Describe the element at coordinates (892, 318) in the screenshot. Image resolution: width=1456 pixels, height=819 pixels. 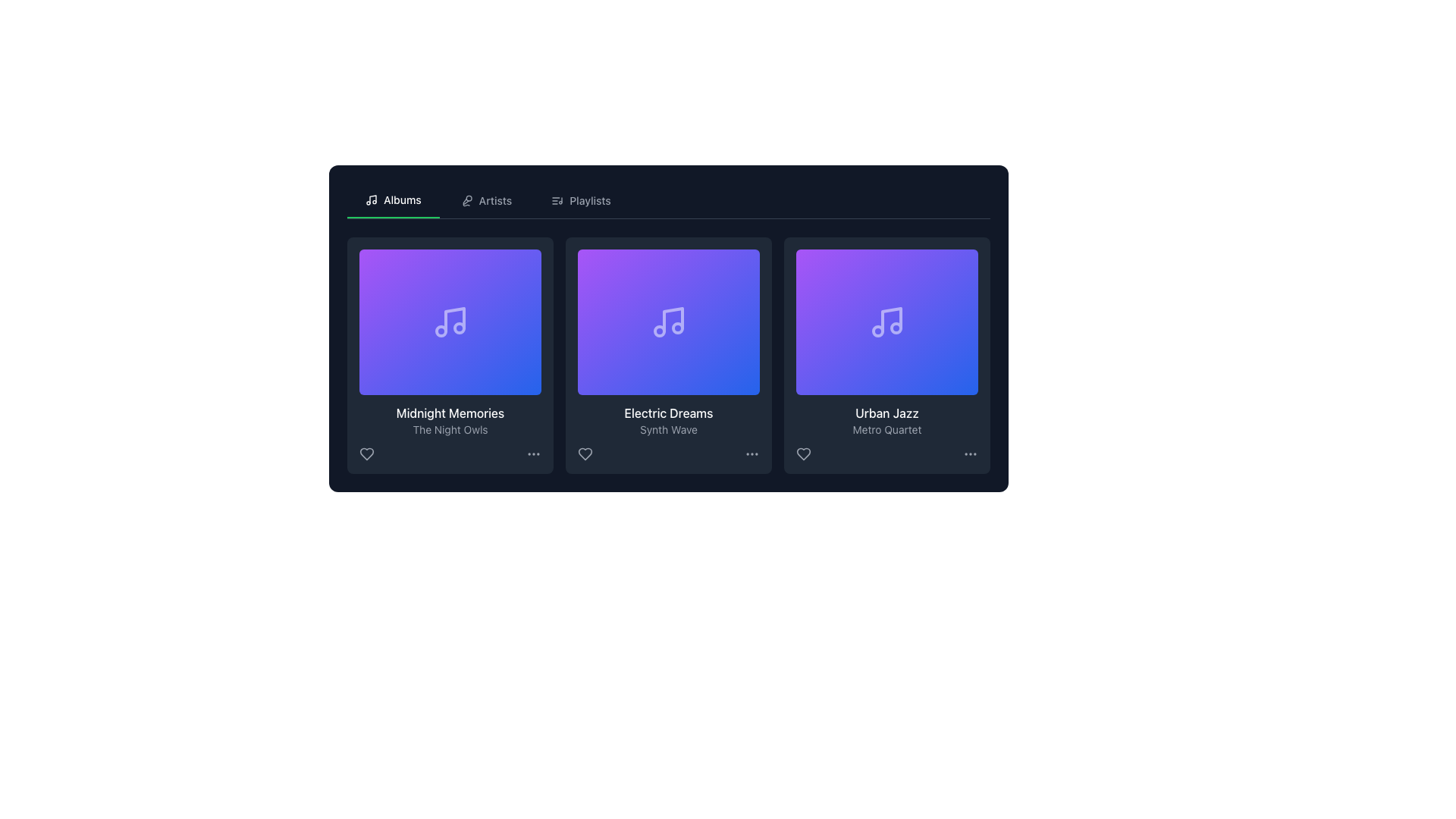
I see `the vector graphic line representing the neck of the music note in the 'Urban Jazz' album cover design` at that location.